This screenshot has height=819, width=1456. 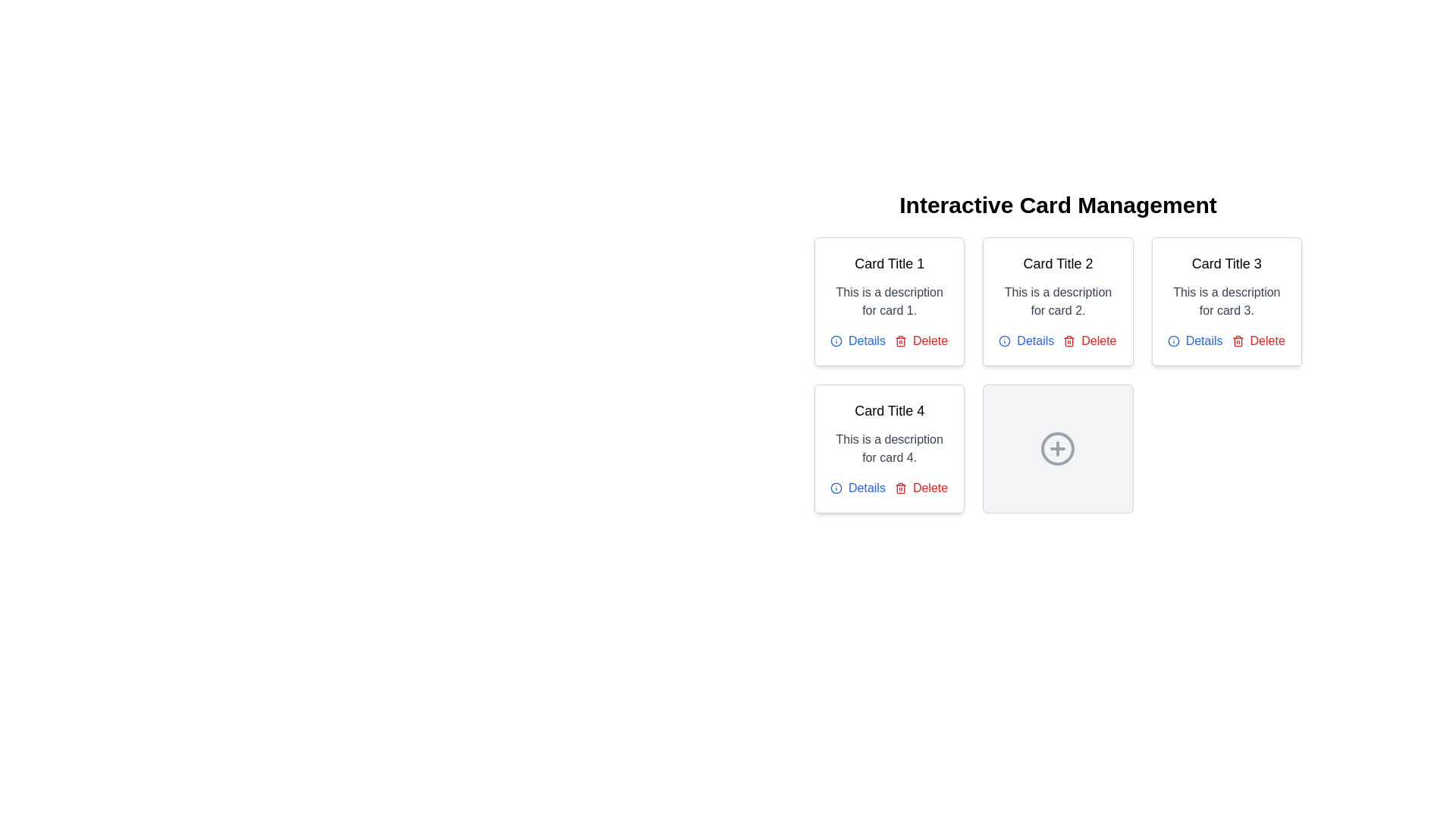 I want to click on the icon that indicates the 'Details' option, located to the left of the text 'Details' within the group of interactive elements associated with 'Card Title 4', so click(x=1172, y=341).